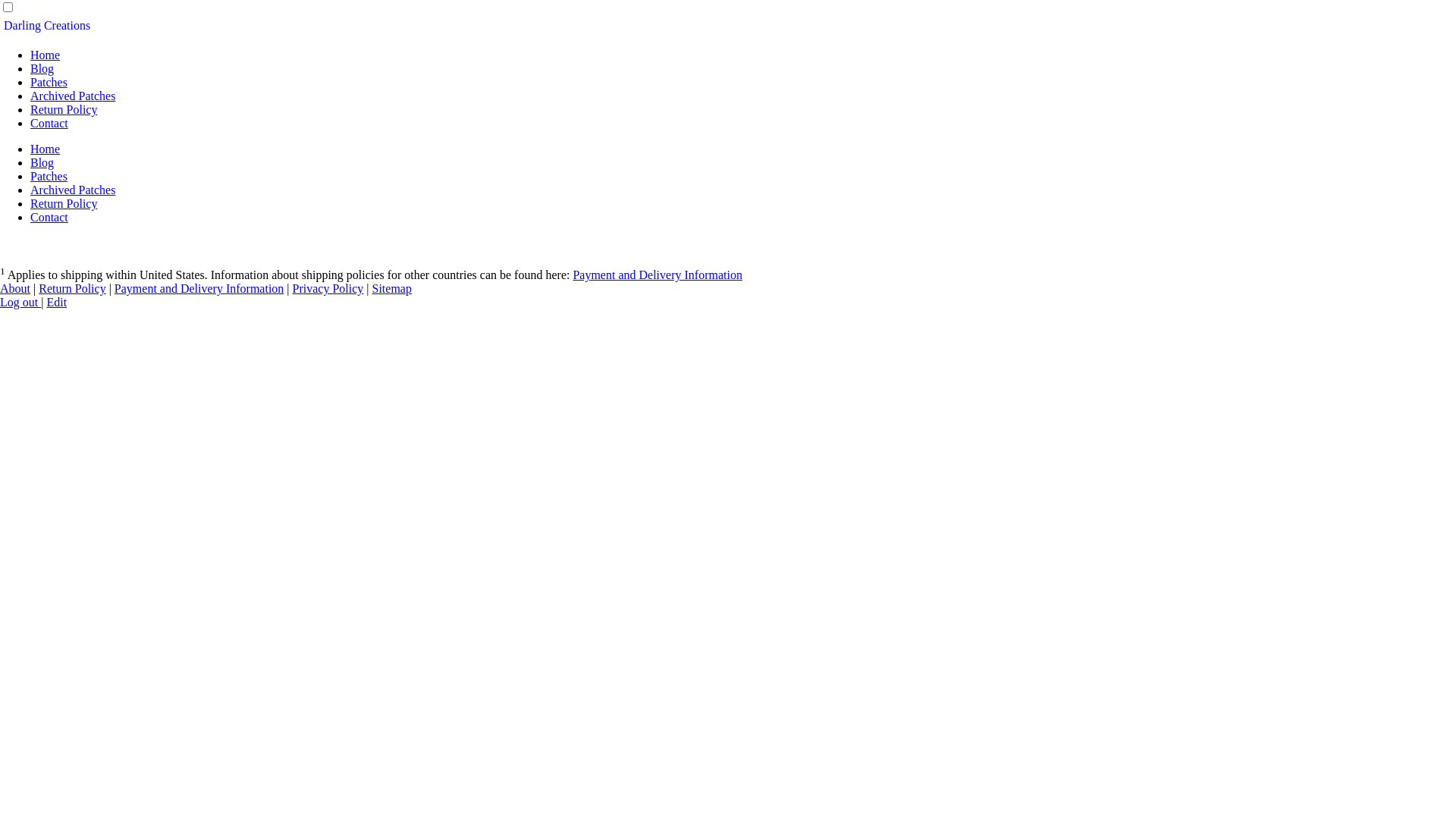  What do you see at coordinates (56, 302) in the screenshot?
I see `'Edit'` at bounding box center [56, 302].